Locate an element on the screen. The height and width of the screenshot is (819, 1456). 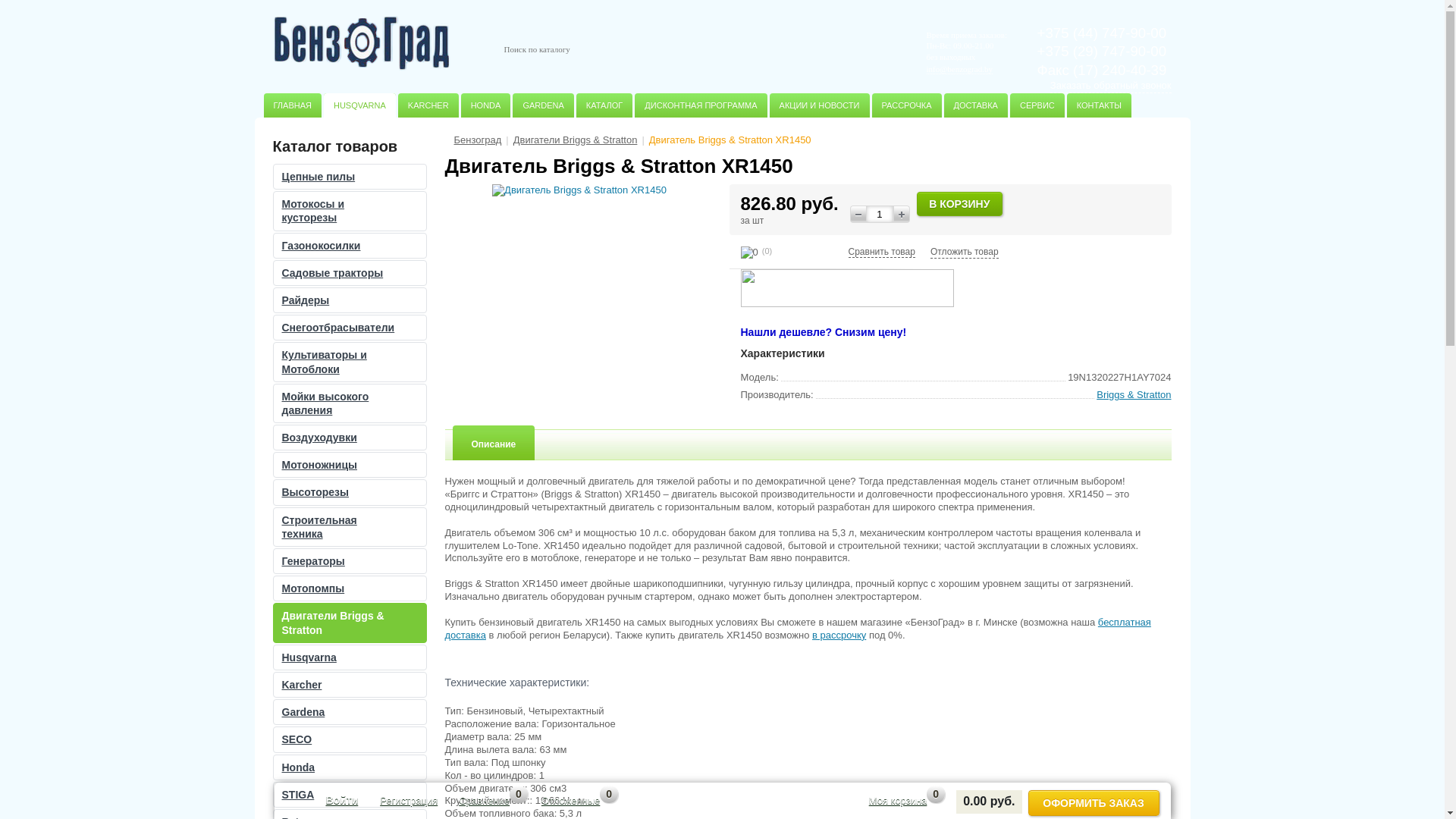
'Honda' is located at coordinates (348, 767).